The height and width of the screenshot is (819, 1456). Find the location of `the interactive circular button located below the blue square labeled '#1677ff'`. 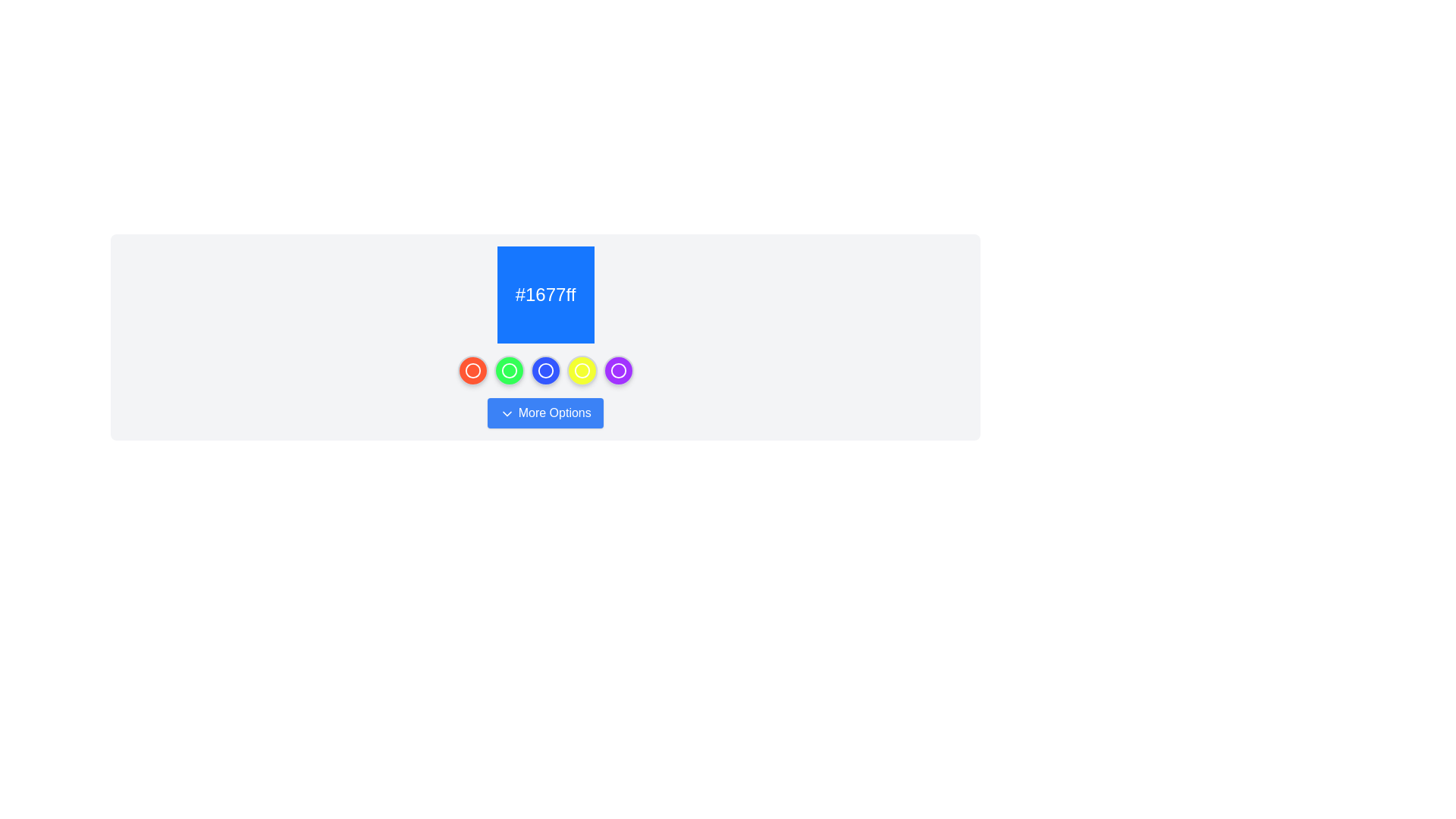

the interactive circular button located below the blue square labeled '#1677ff' is located at coordinates (545, 371).